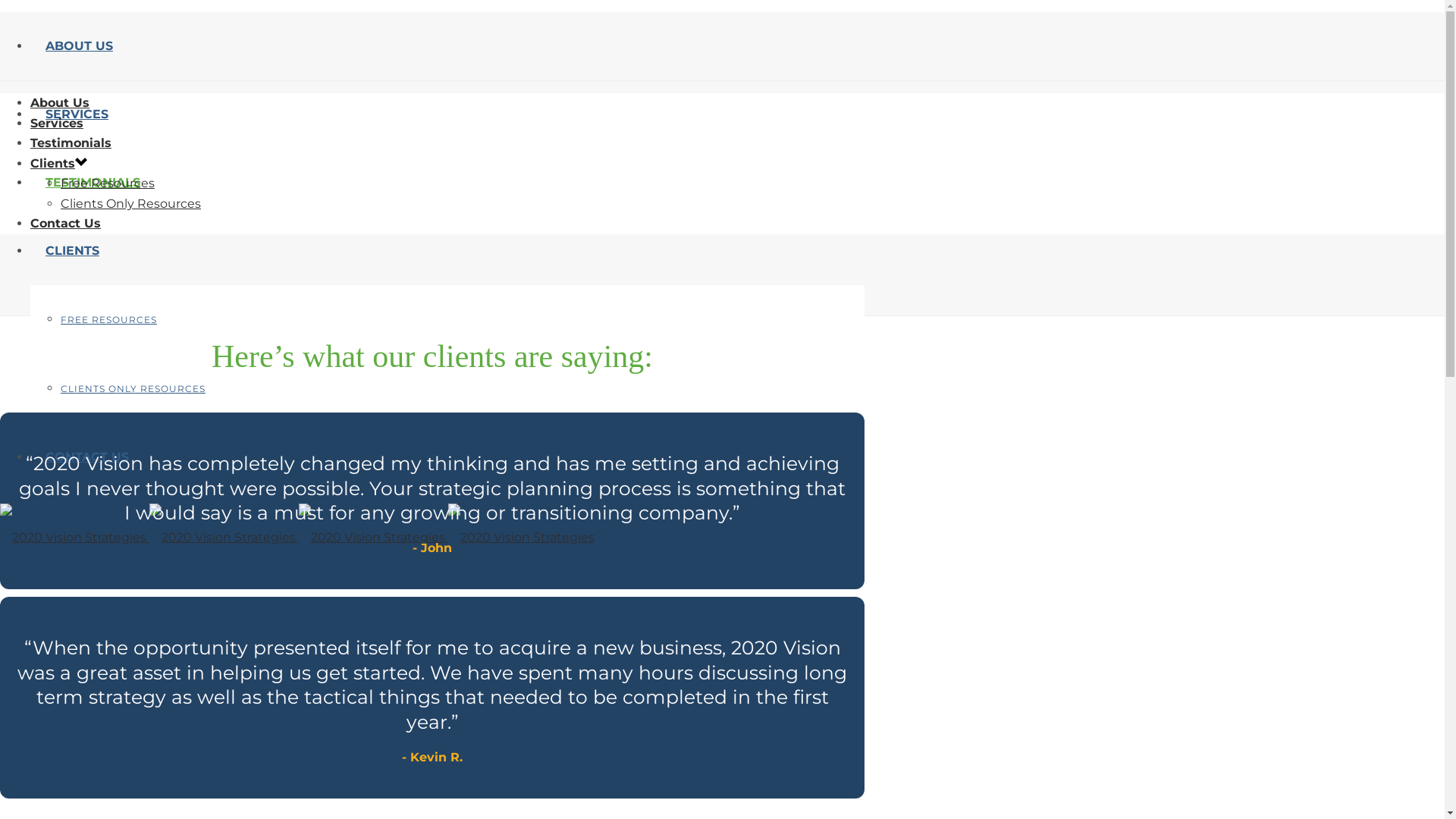 The image size is (1456, 819). I want to click on 'Clients', so click(52, 163).